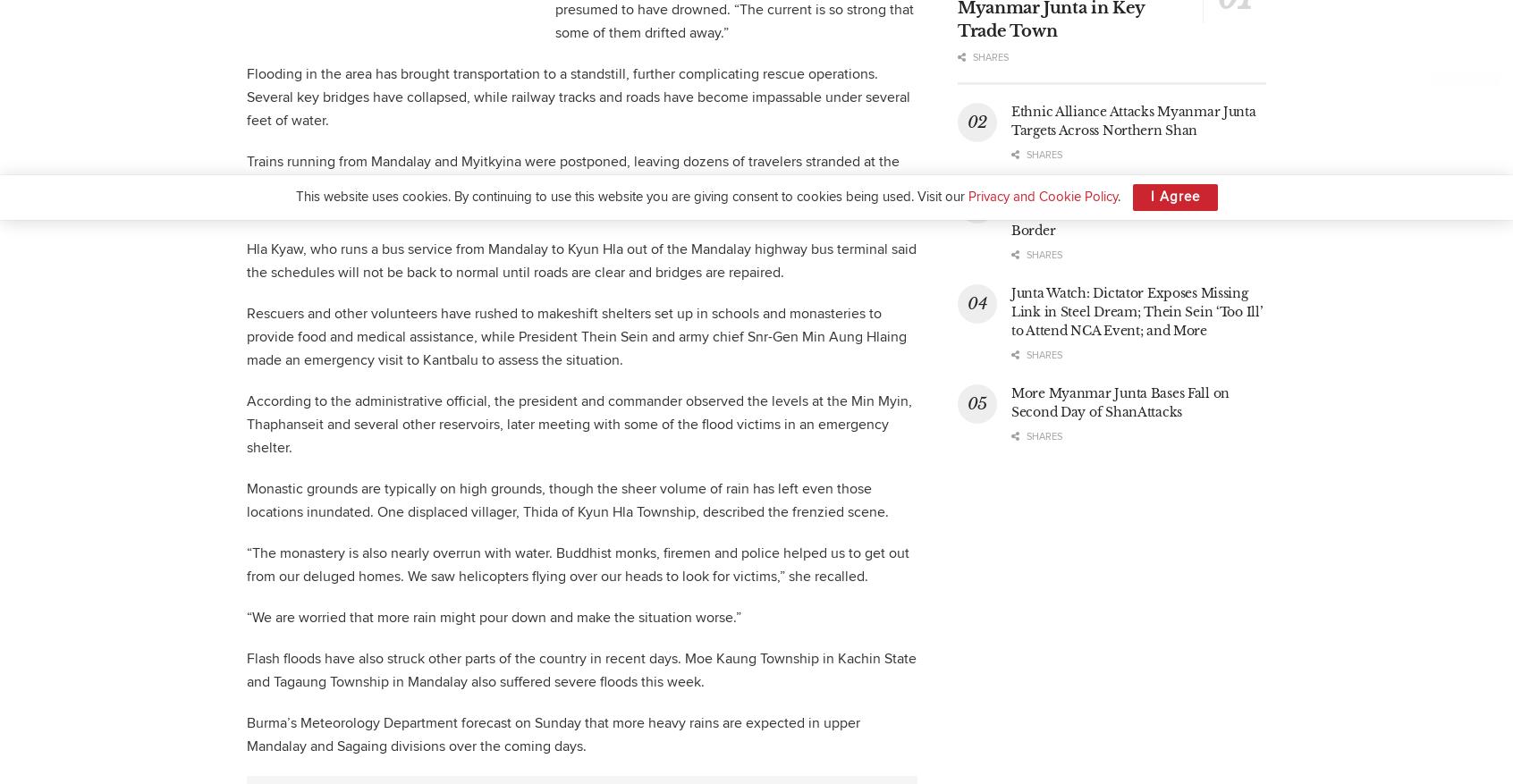 Image resolution: width=1513 pixels, height=784 pixels. Describe the element at coordinates (1136, 311) in the screenshot. I see `'Junta Watch: Dictator Exposes Missing Link in Steel Dream; Thein Sein ‘Too Ill’ to Attend NCA Event; and More'` at that location.